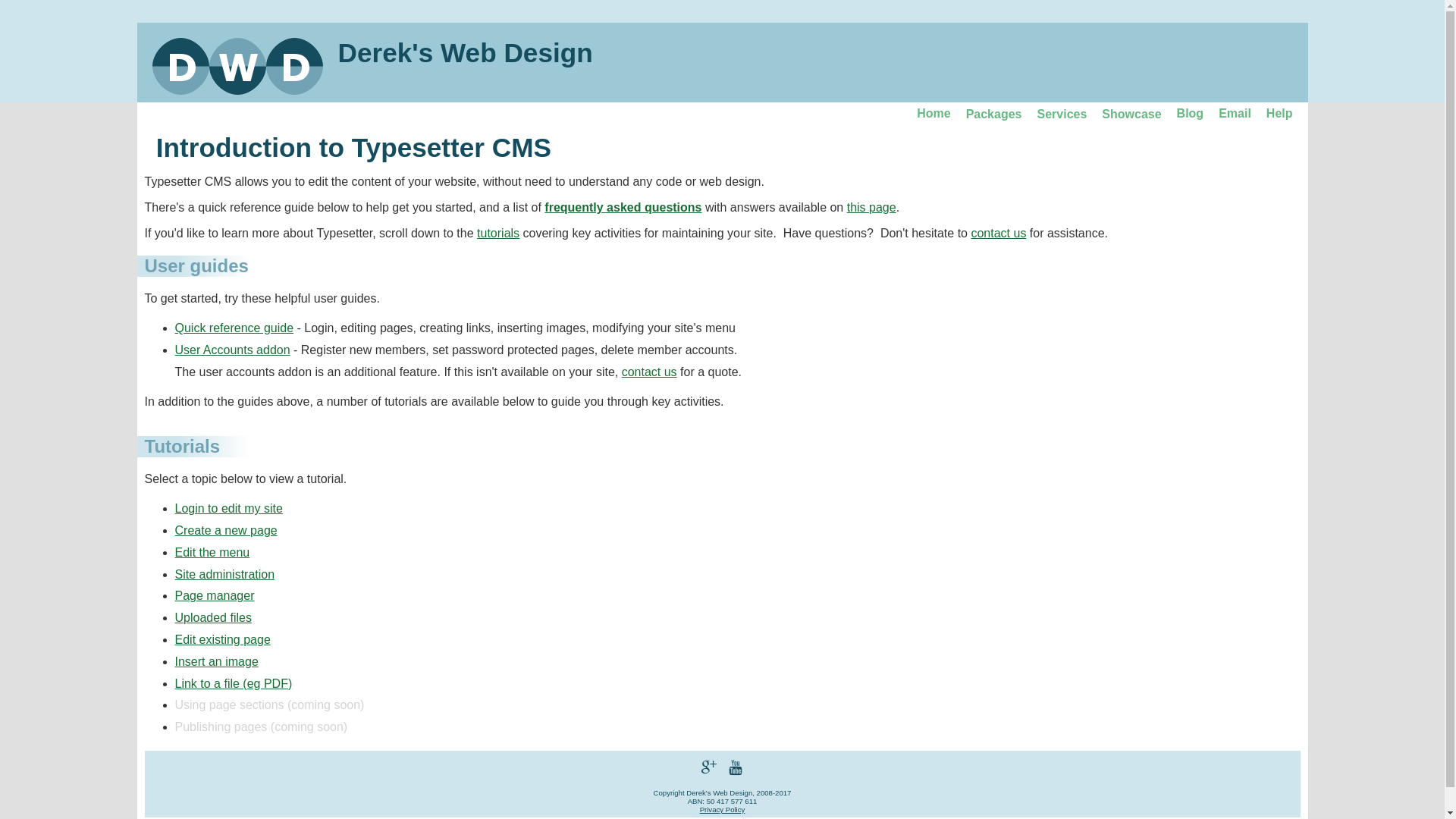 This screenshot has width=1456, height=819. What do you see at coordinates (224, 529) in the screenshot?
I see `'Create a new page'` at bounding box center [224, 529].